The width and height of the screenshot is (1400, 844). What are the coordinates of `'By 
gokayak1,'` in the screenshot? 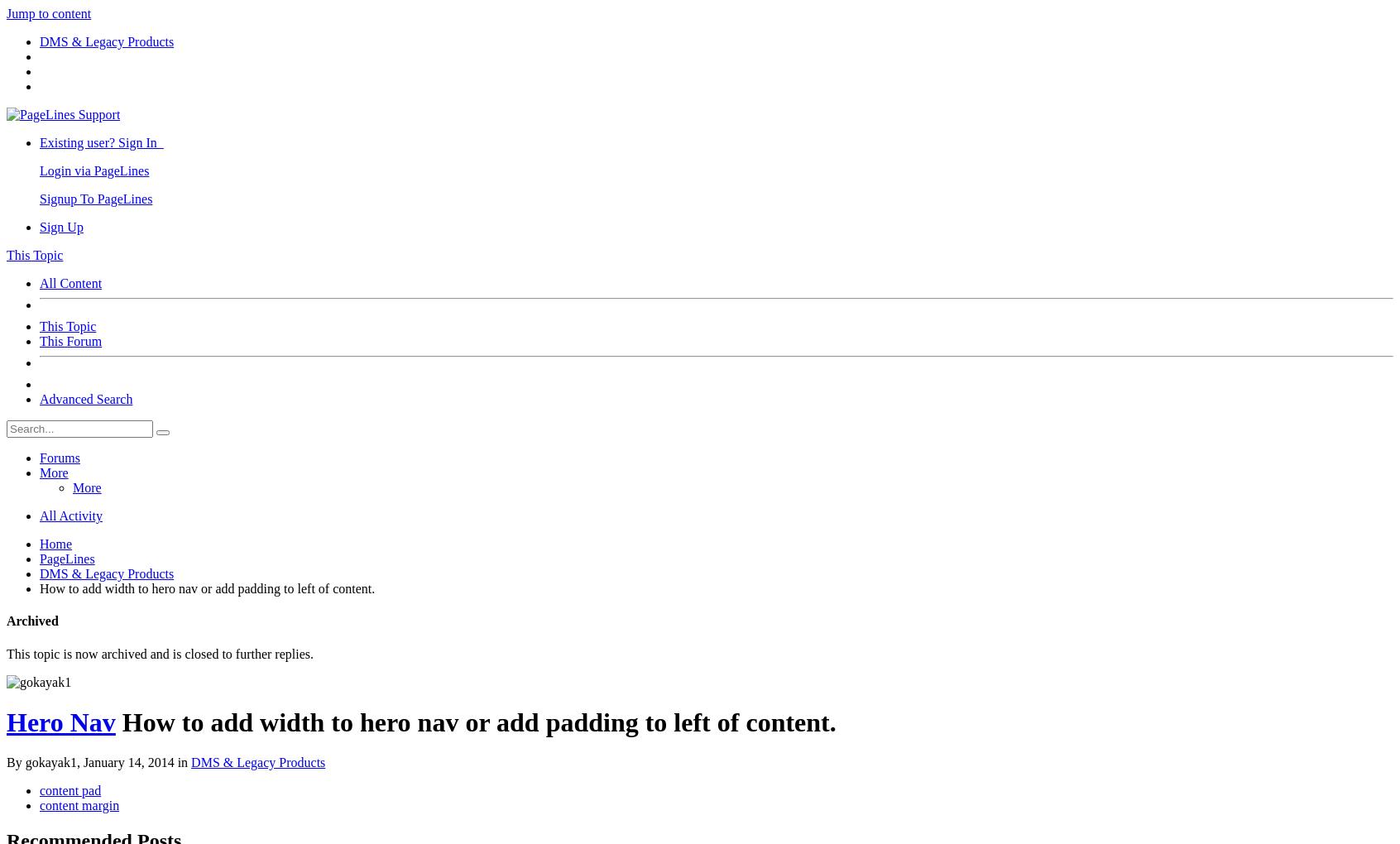 It's located at (43, 762).